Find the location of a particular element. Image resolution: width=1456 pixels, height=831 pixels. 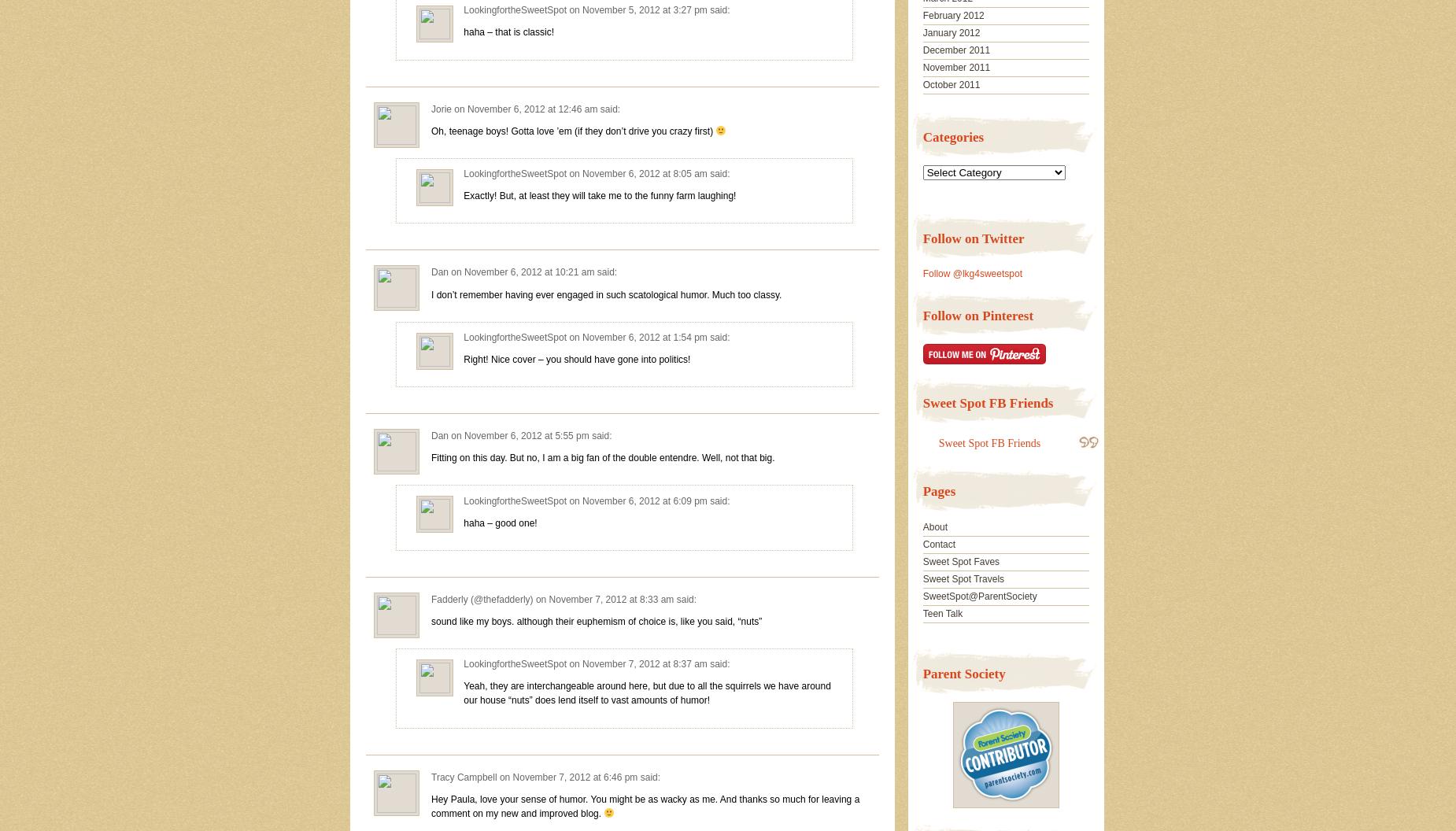

'November 7, 2012 at 8:37 am' is located at coordinates (582, 663).